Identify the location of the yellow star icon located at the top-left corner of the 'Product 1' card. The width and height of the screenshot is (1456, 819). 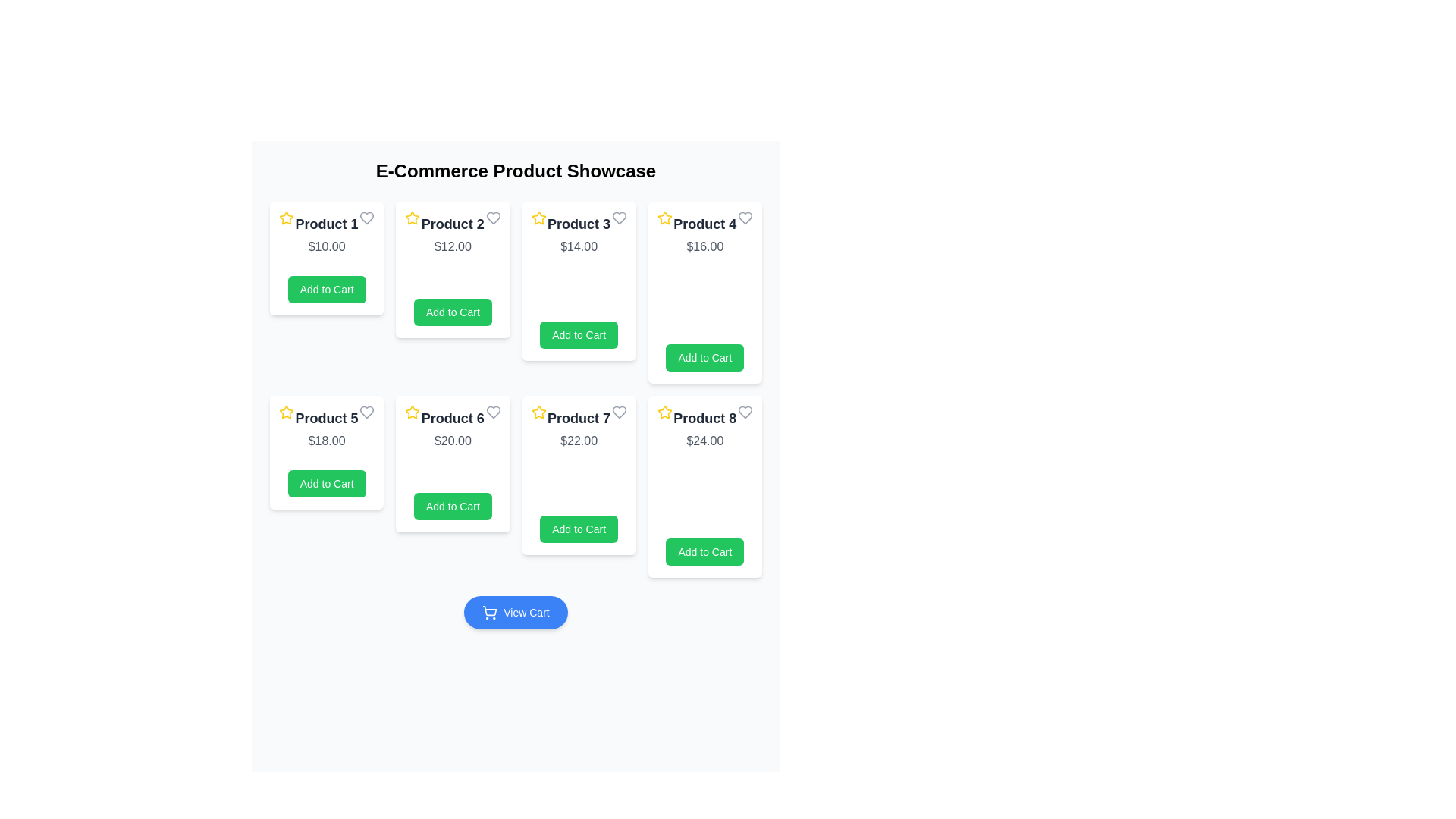
(287, 218).